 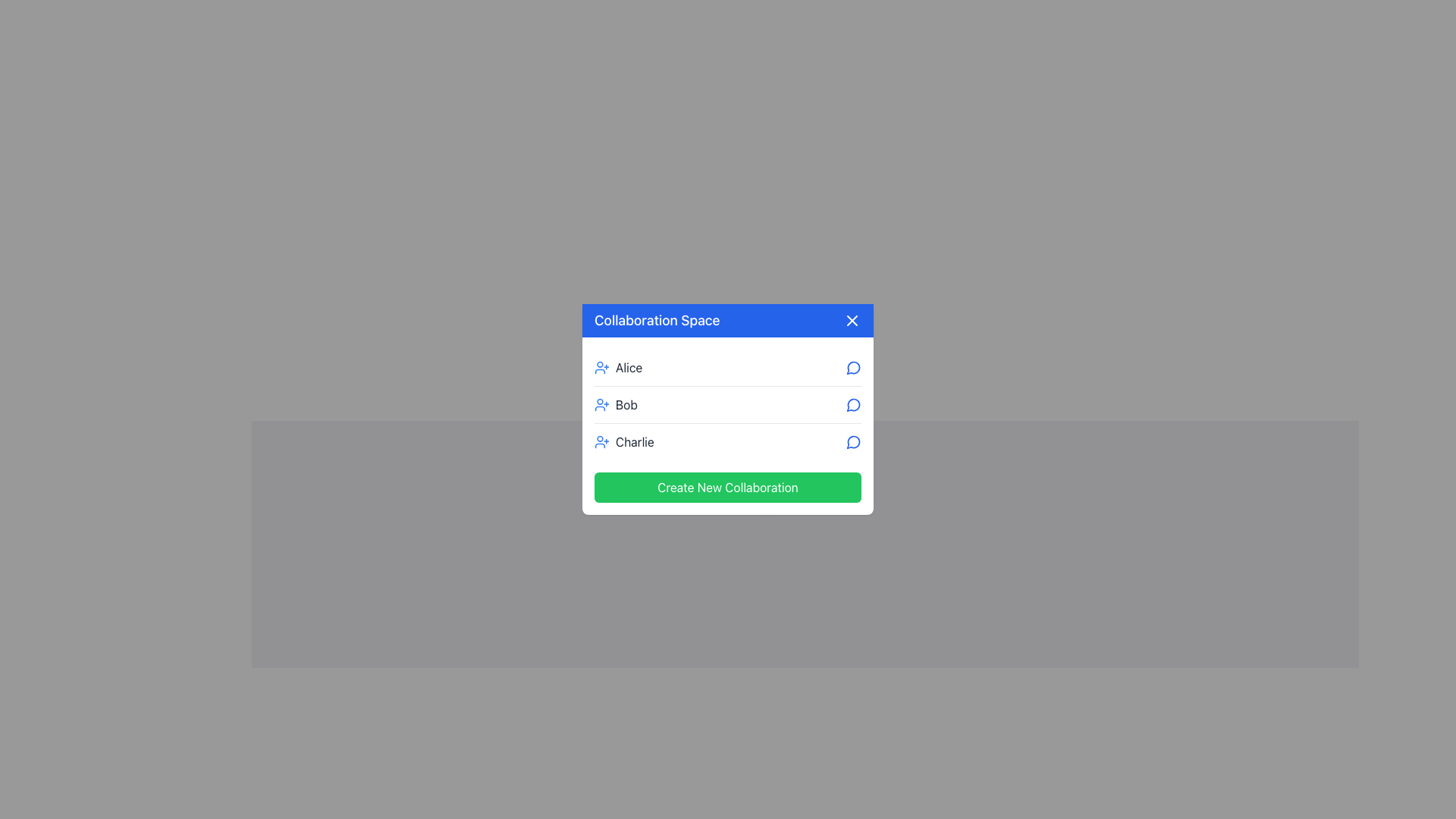 What do you see at coordinates (624, 441) in the screenshot?
I see `the name 'Charlie' in the 'Collaboration Space' dialog interface, which features a nearby add user icon and is the third item in the list` at bounding box center [624, 441].